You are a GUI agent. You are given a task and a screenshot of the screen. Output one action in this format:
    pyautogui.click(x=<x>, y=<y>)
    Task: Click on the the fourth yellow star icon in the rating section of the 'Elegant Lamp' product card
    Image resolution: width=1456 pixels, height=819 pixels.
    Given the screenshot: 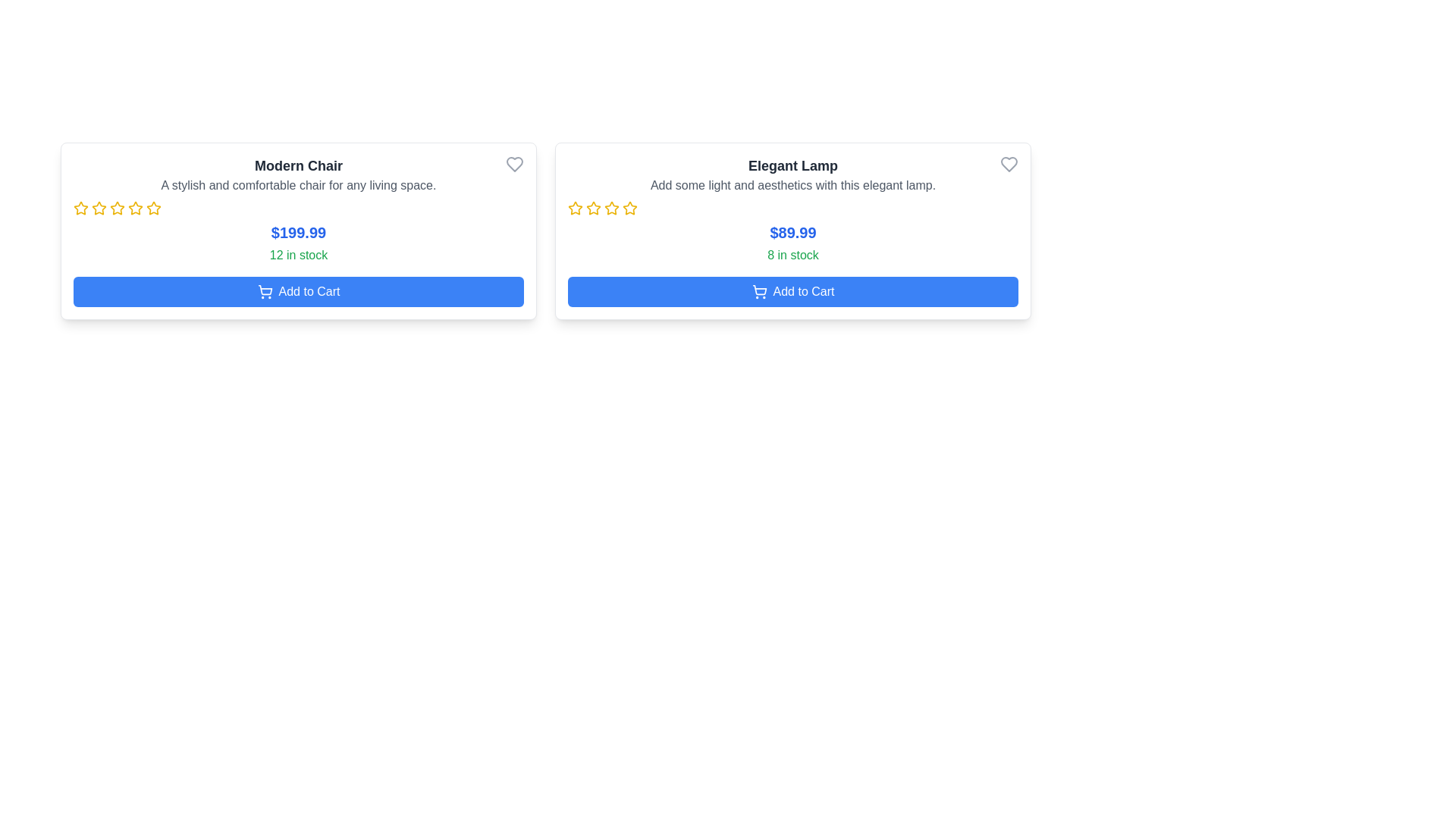 What is the action you would take?
    pyautogui.click(x=629, y=208)
    